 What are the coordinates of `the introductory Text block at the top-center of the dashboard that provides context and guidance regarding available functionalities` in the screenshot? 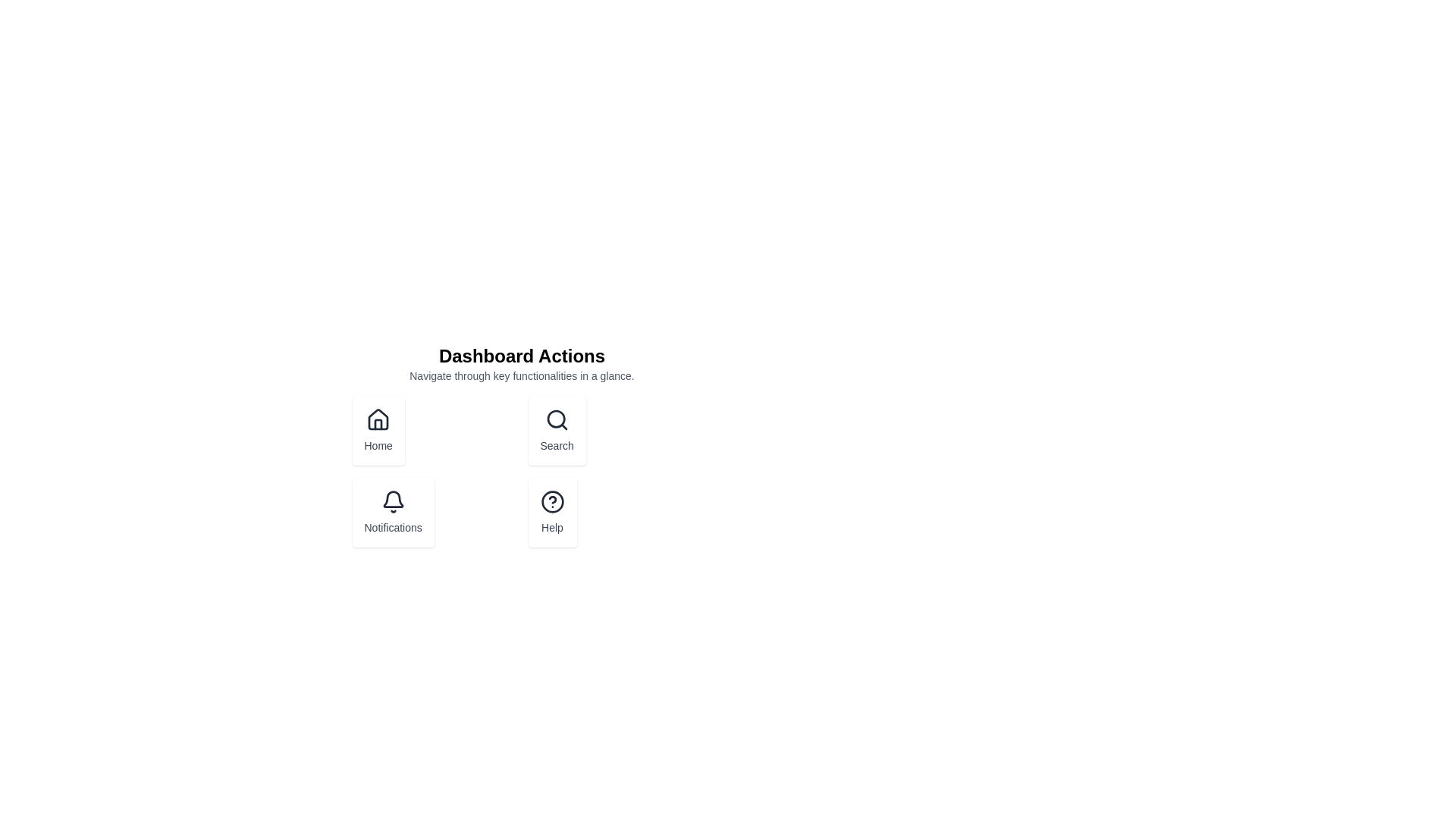 It's located at (522, 363).